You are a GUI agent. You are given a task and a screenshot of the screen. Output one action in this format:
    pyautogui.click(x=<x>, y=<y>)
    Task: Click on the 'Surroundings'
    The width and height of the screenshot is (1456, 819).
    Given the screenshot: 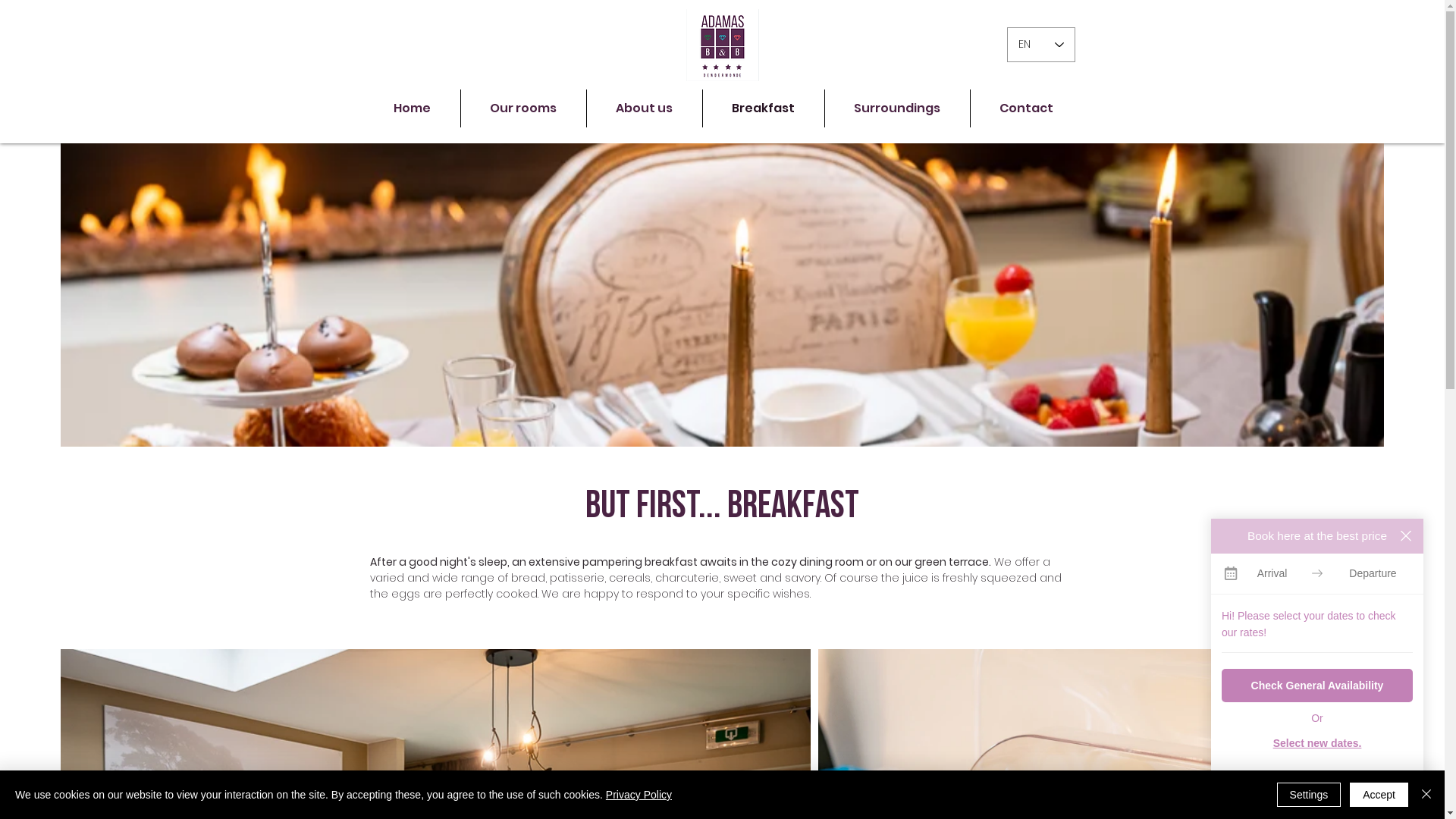 What is the action you would take?
    pyautogui.click(x=897, y=107)
    